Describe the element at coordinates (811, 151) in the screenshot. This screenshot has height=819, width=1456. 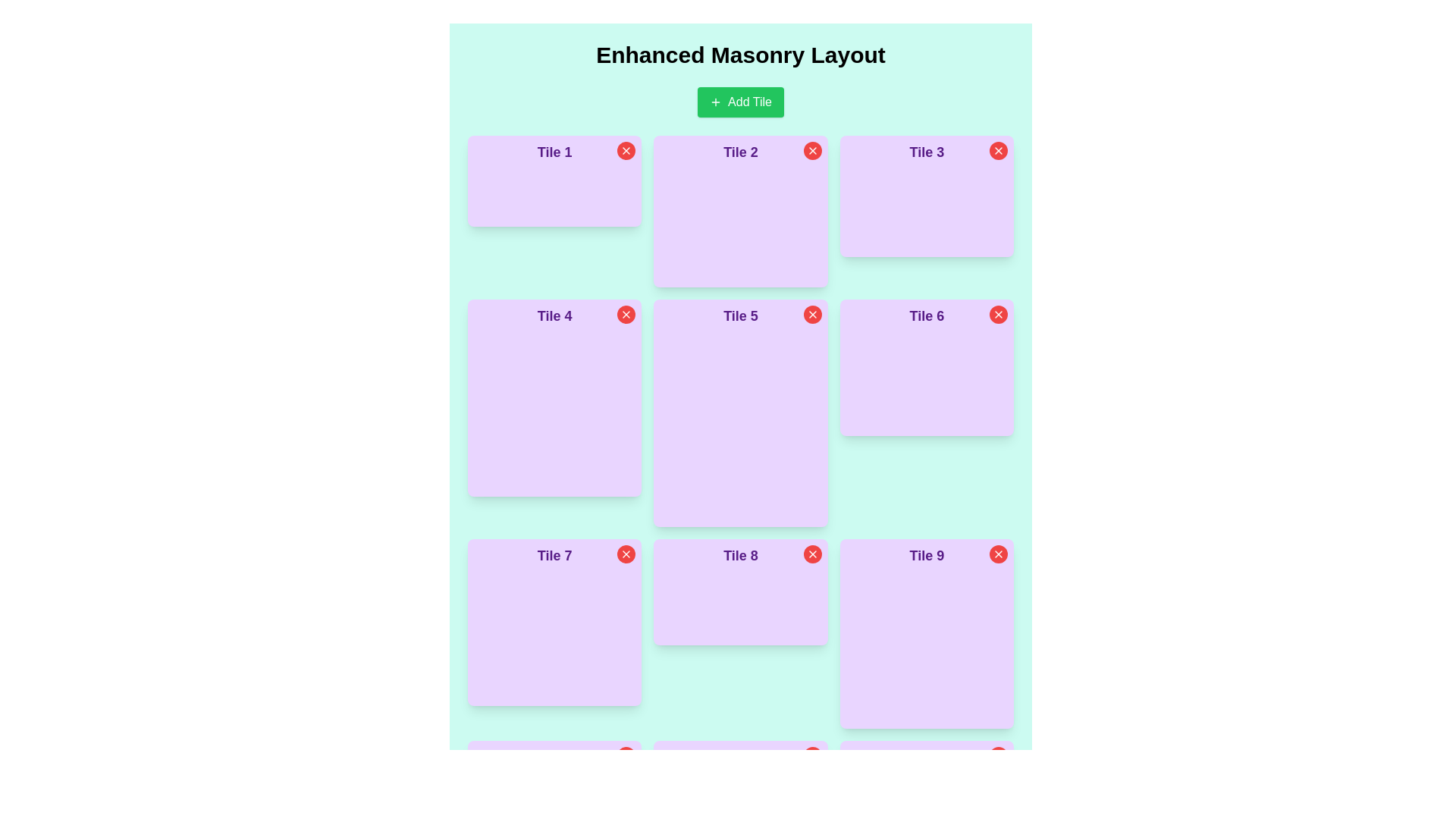
I see `the small circular red button with a white 'X' icon located in the top-right corner of the purple tile labeled 'Tile 2'` at that location.